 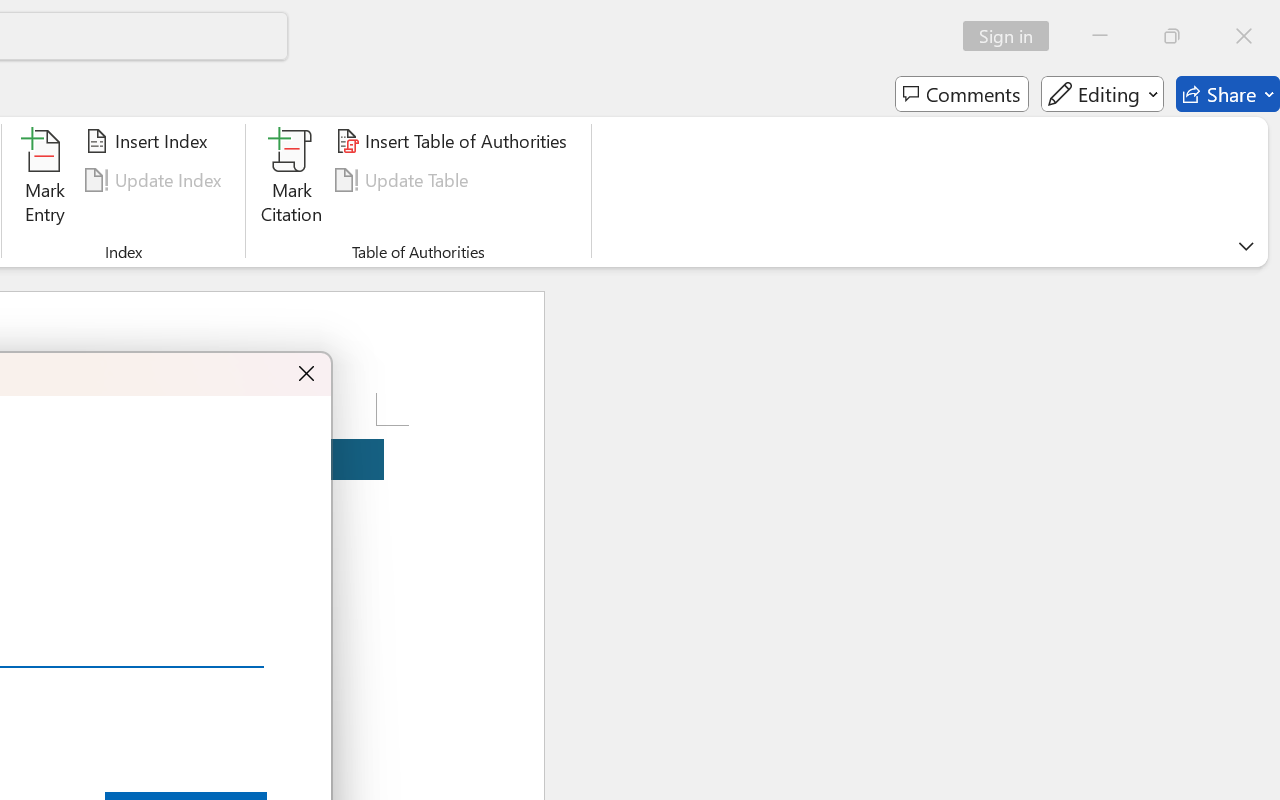 I want to click on 'Mark Entry...', so click(x=44, y=179).